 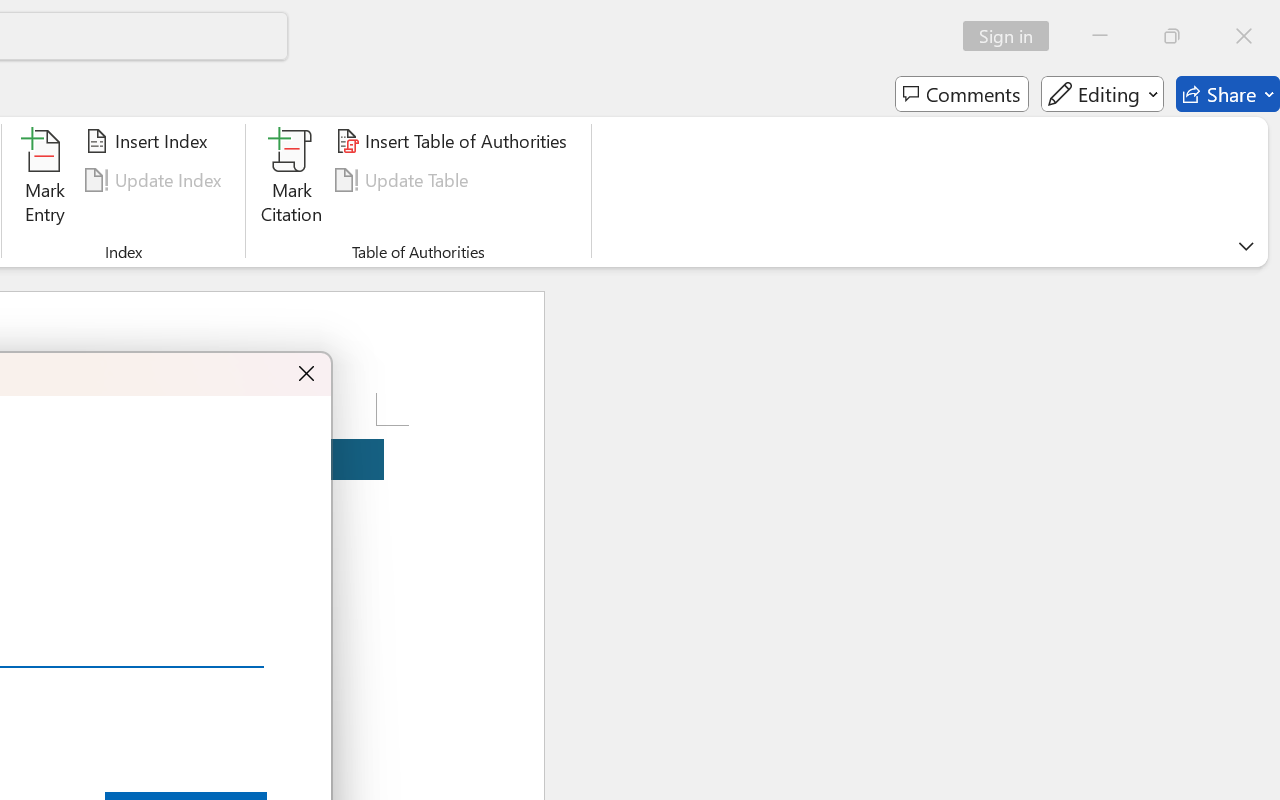 I want to click on 'Mark Entry...', so click(x=44, y=179).